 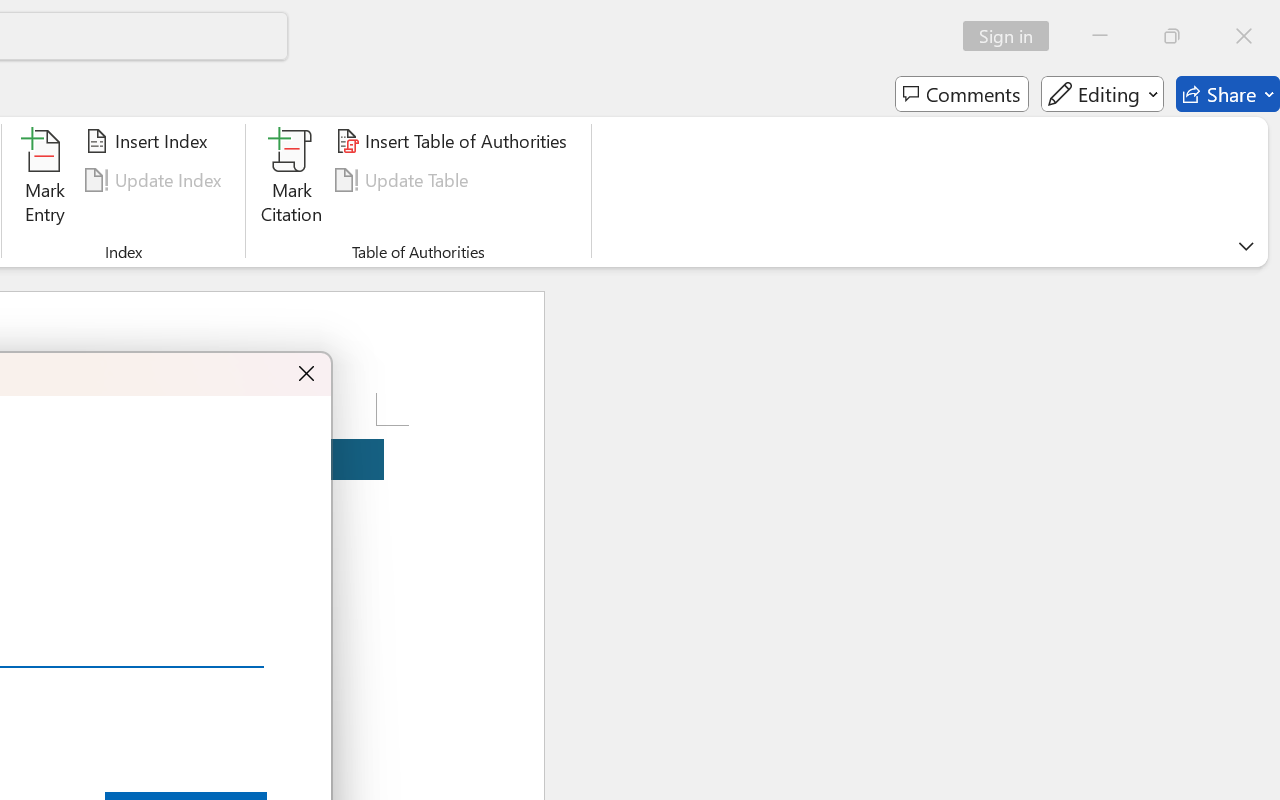 I want to click on 'Mark Entry...', so click(x=44, y=179).